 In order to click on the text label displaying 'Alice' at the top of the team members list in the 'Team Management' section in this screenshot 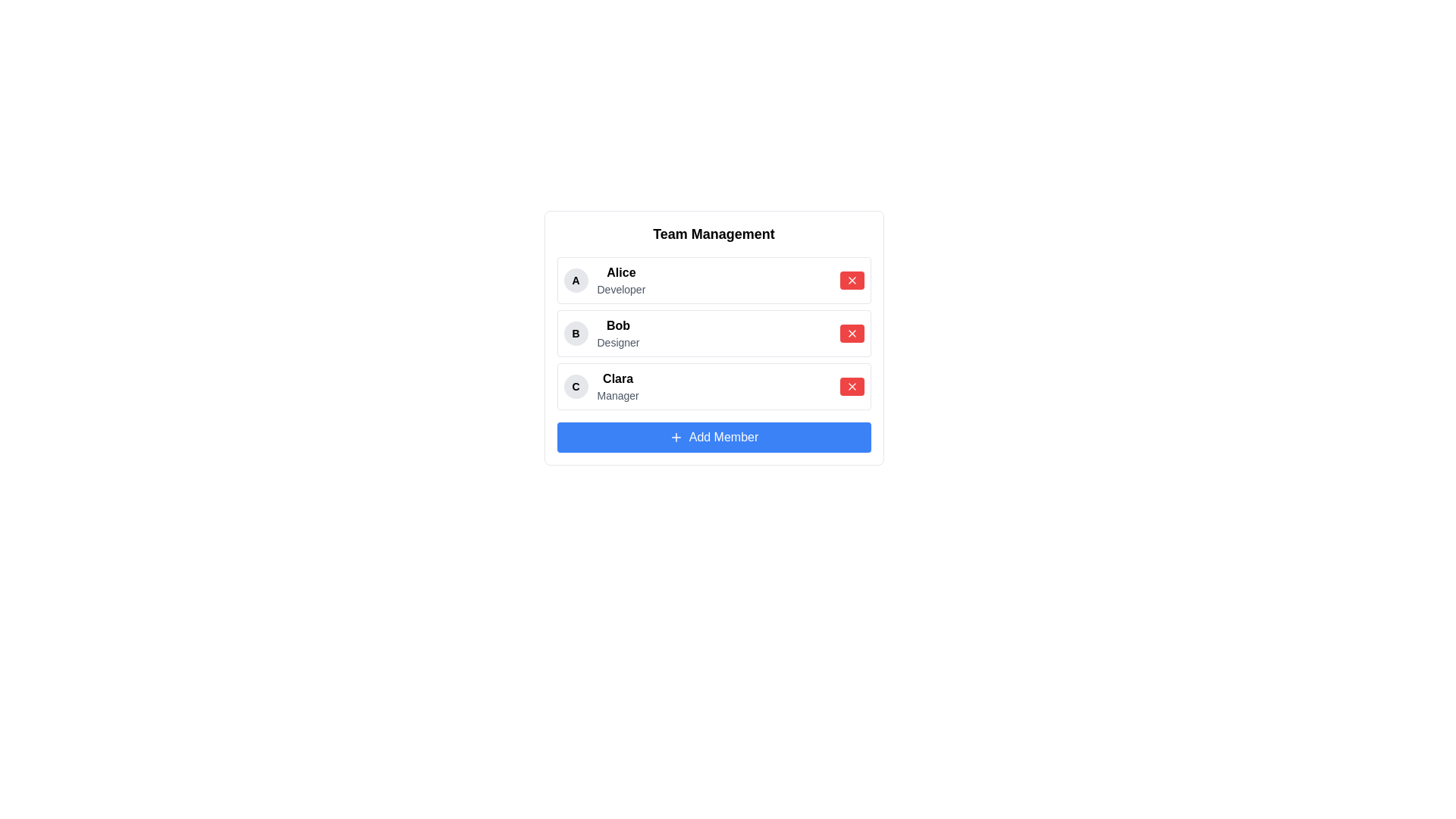, I will do `click(621, 271)`.